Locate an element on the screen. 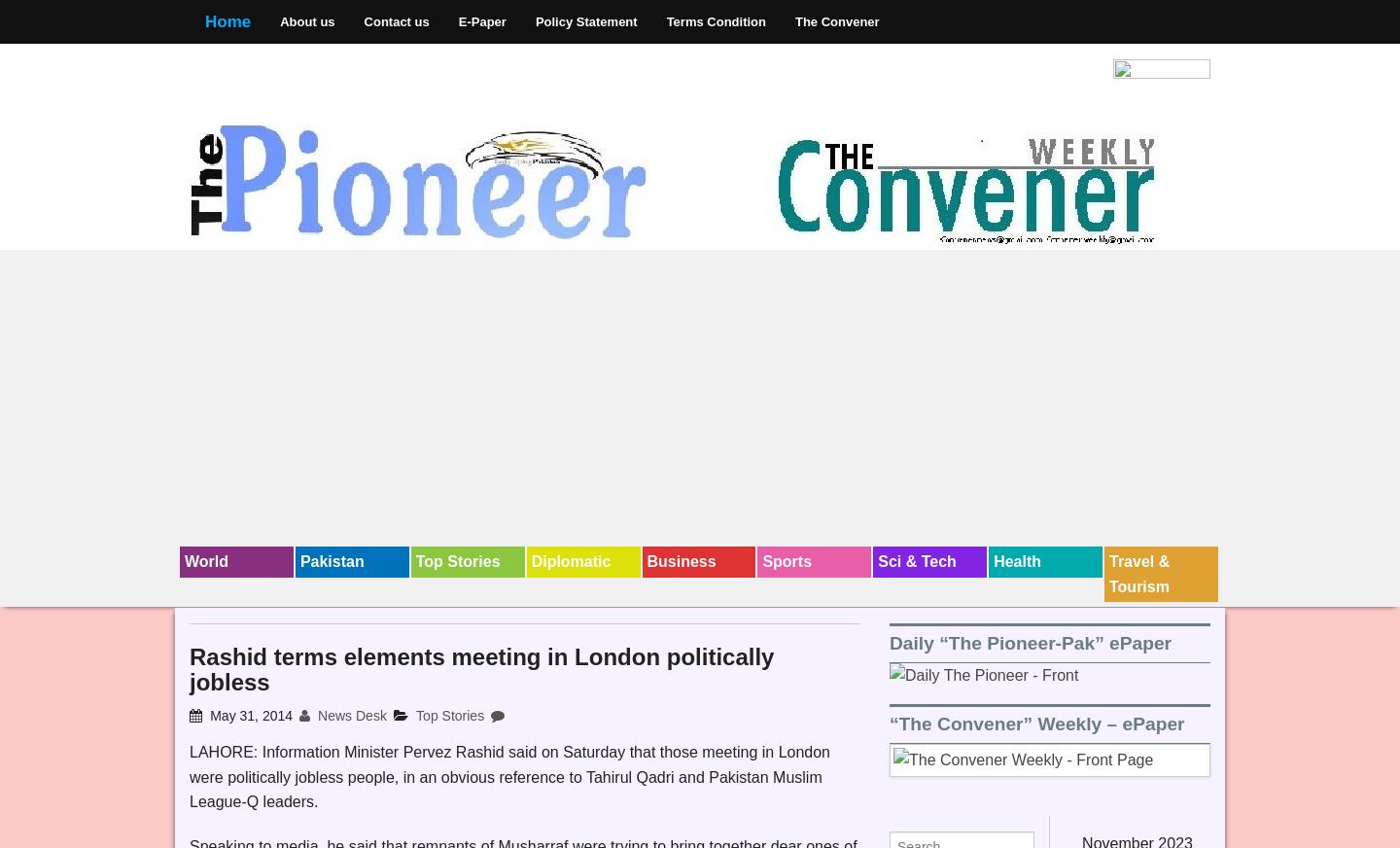  'Daily “The Pioneer-Pak” ePaper' is located at coordinates (1030, 641).